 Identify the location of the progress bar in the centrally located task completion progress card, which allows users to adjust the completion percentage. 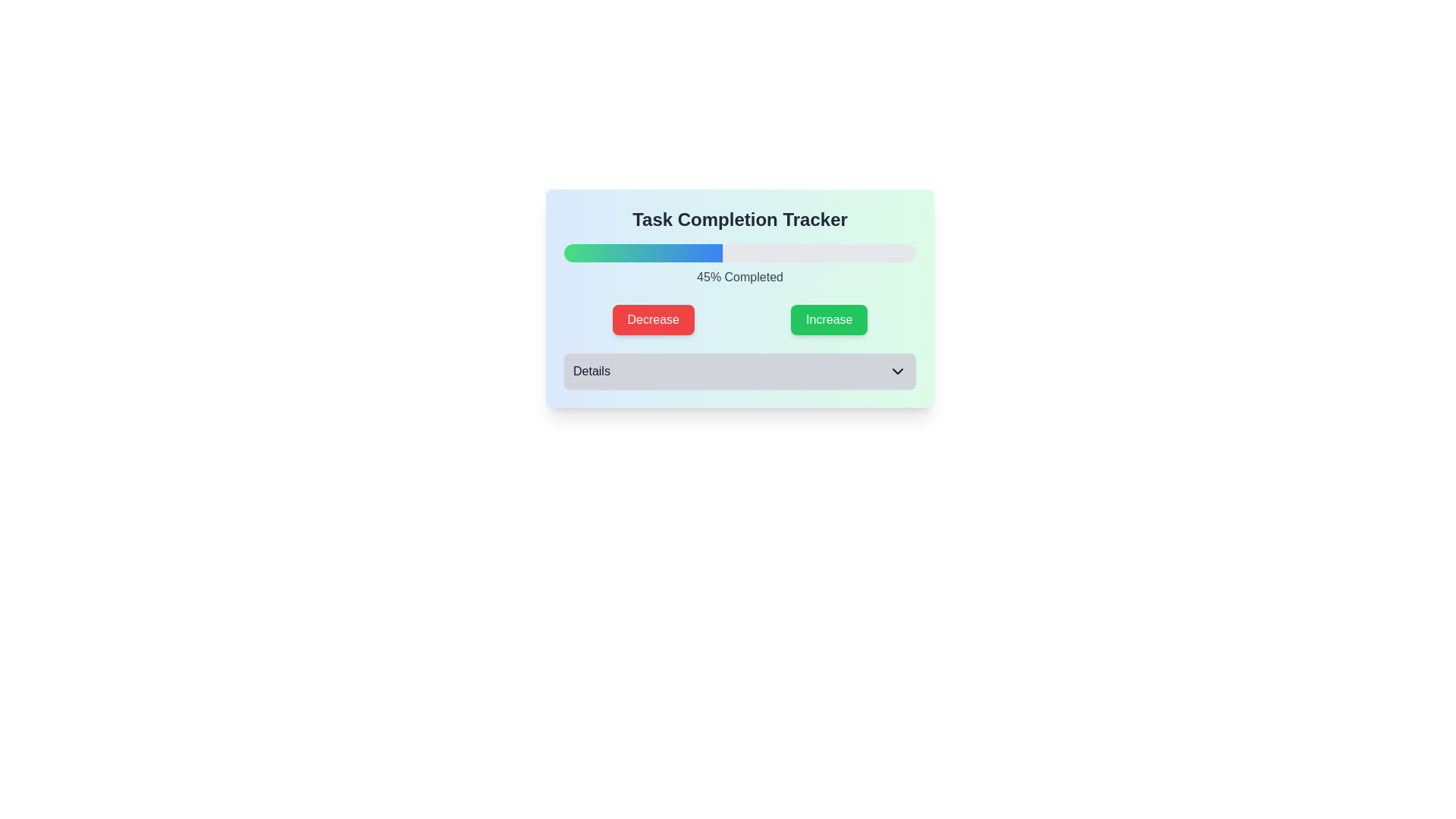
(739, 298).